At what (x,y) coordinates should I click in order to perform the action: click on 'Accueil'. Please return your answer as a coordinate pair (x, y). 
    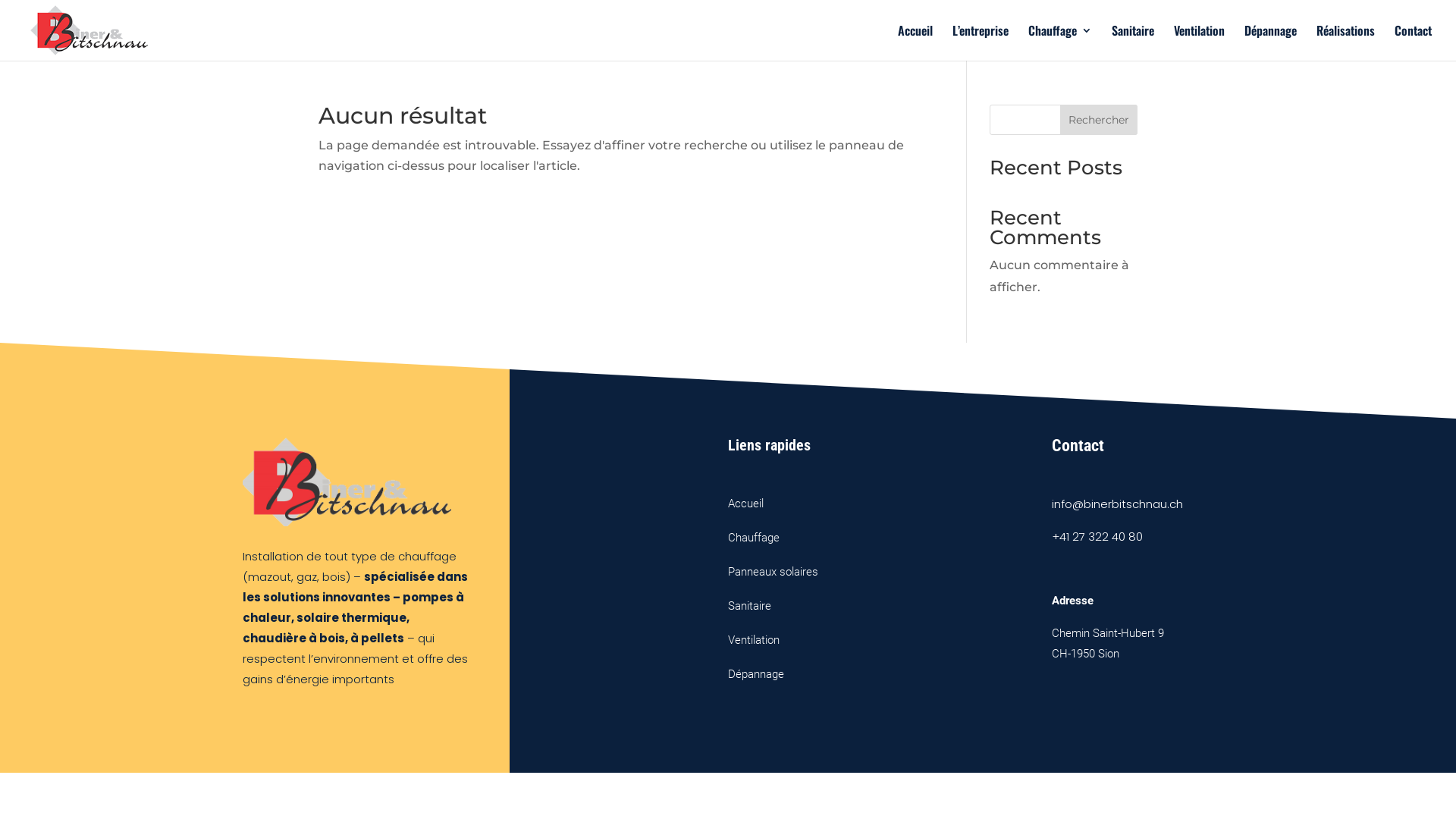
    Looking at the image, I should click on (914, 42).